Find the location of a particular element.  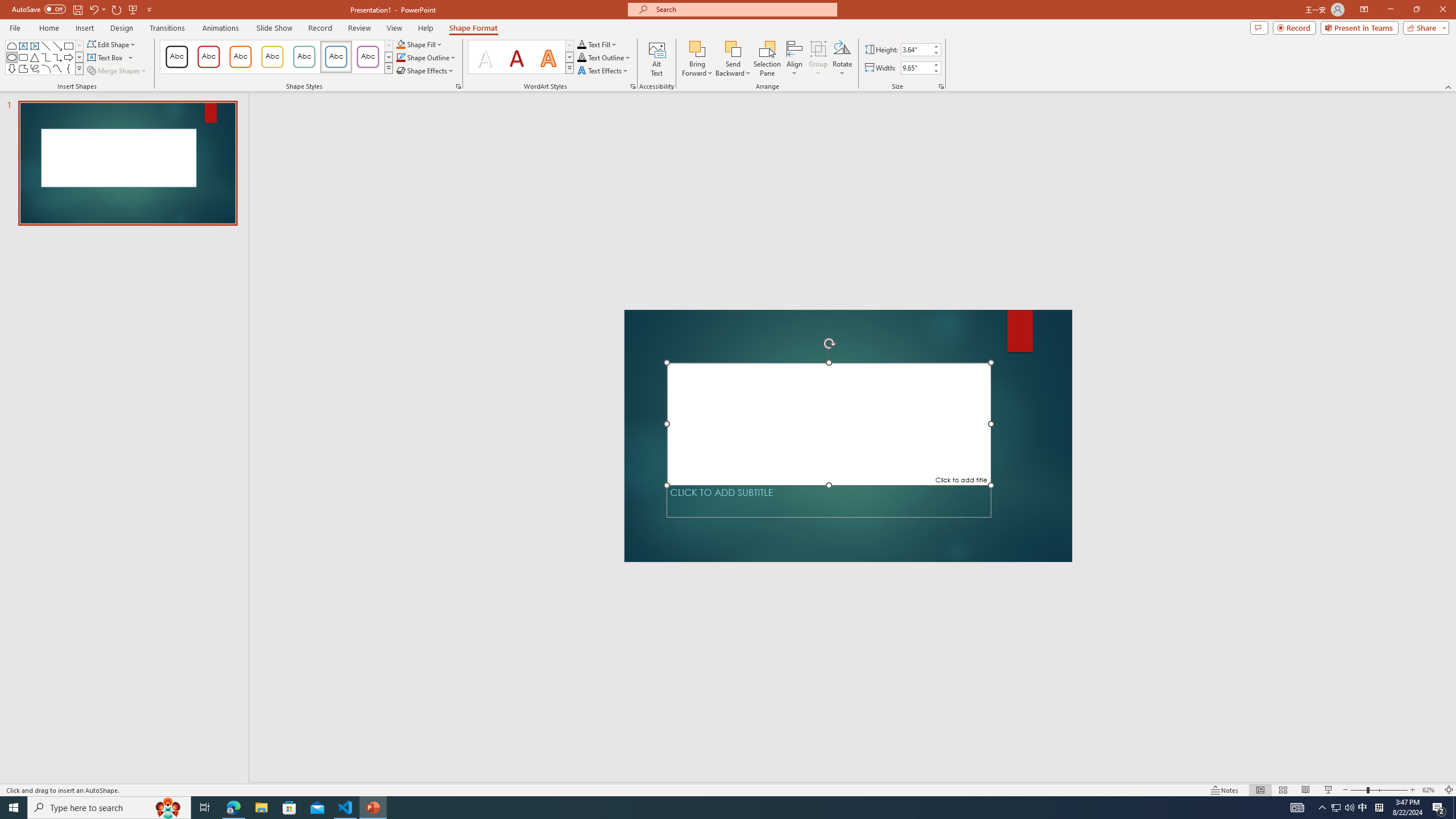

'Text Outline RGB(0, 0, 0)' is located at coordinates (581, 56).